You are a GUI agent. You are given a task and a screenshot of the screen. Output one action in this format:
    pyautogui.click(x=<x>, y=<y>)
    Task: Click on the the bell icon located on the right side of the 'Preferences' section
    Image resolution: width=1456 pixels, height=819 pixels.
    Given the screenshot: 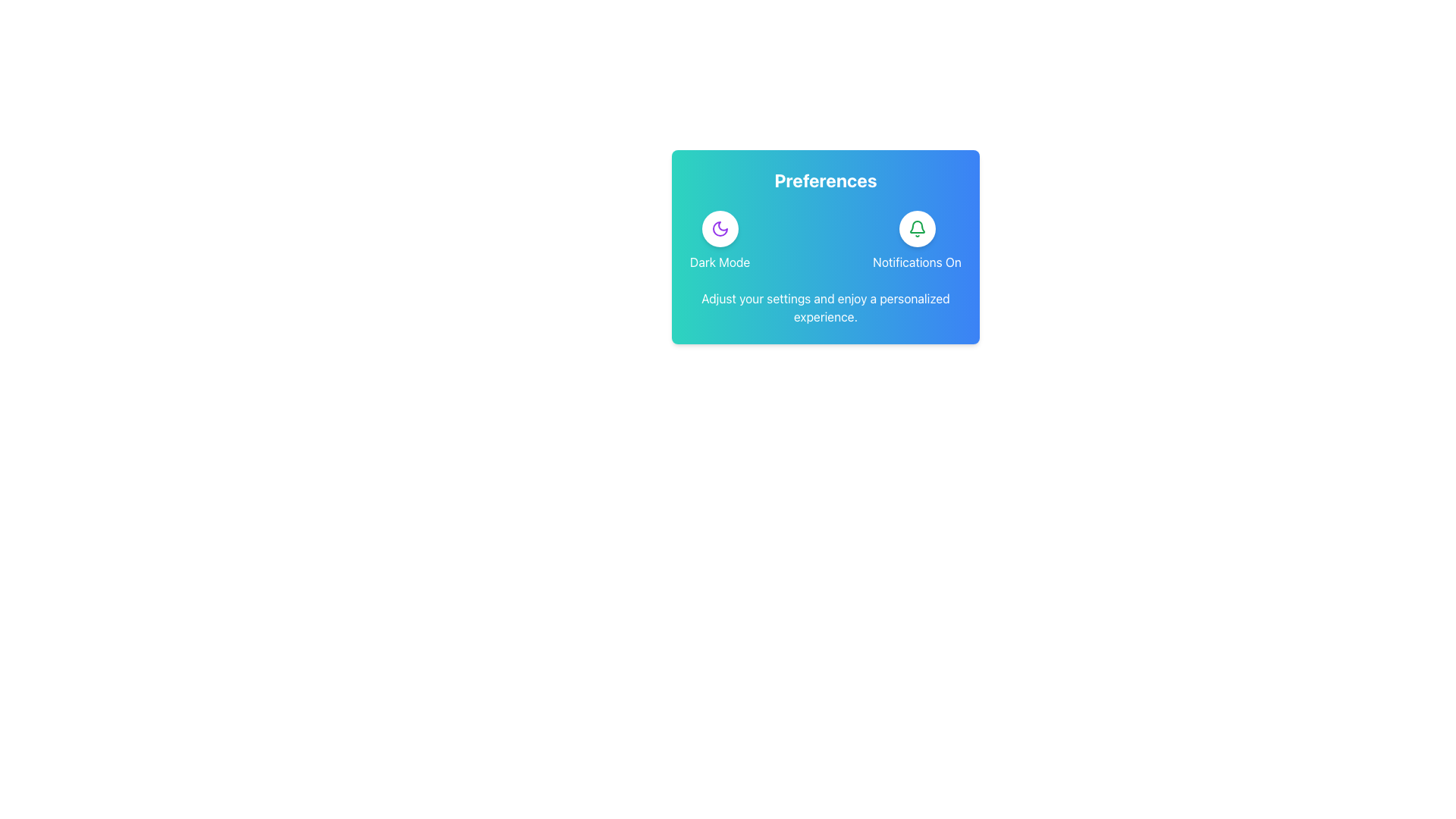 What is the action you would take?
    pyautogui.click(x=916, y=228)
    